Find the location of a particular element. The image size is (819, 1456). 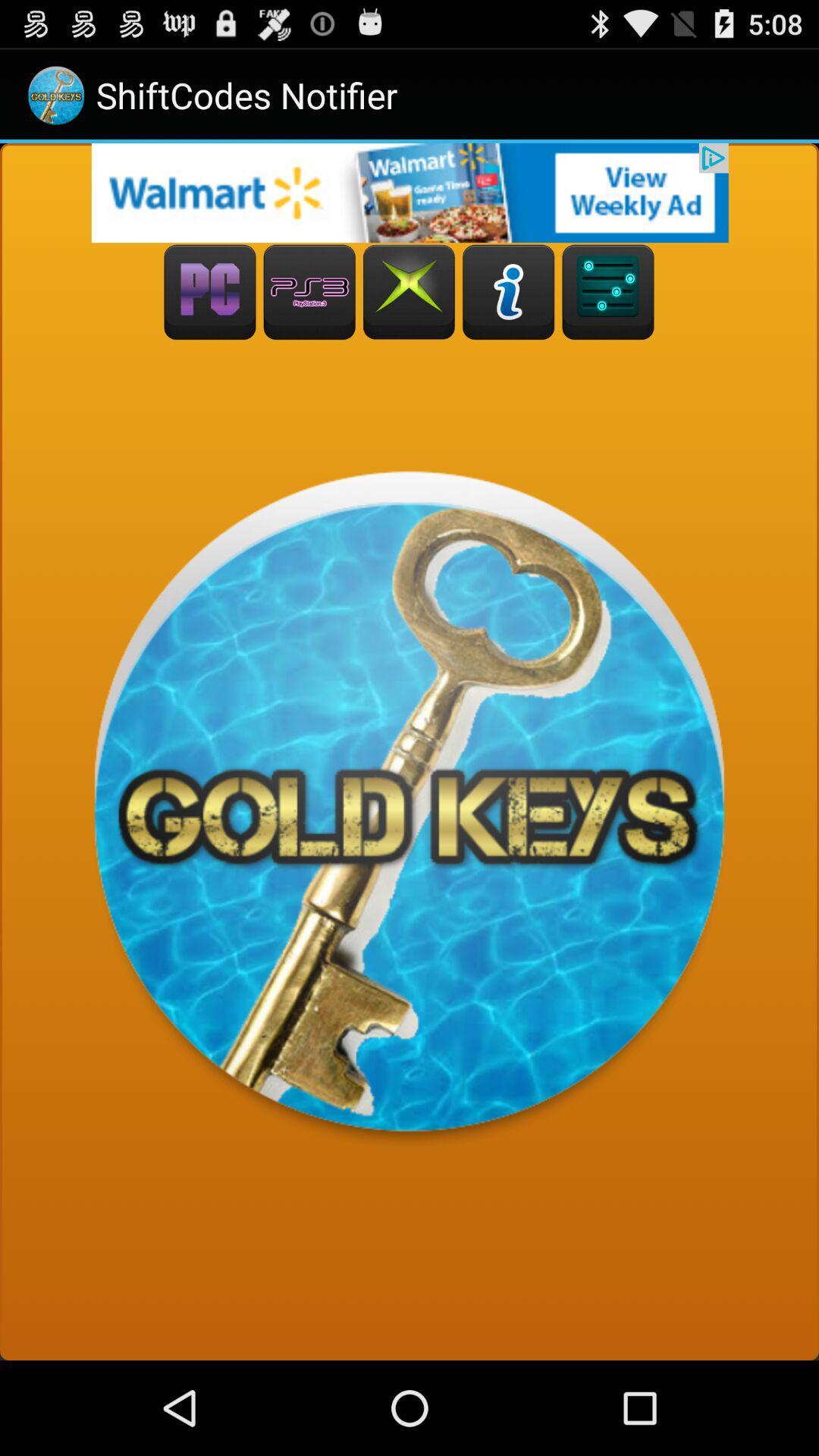

key button is located at coordinates (607, 292).